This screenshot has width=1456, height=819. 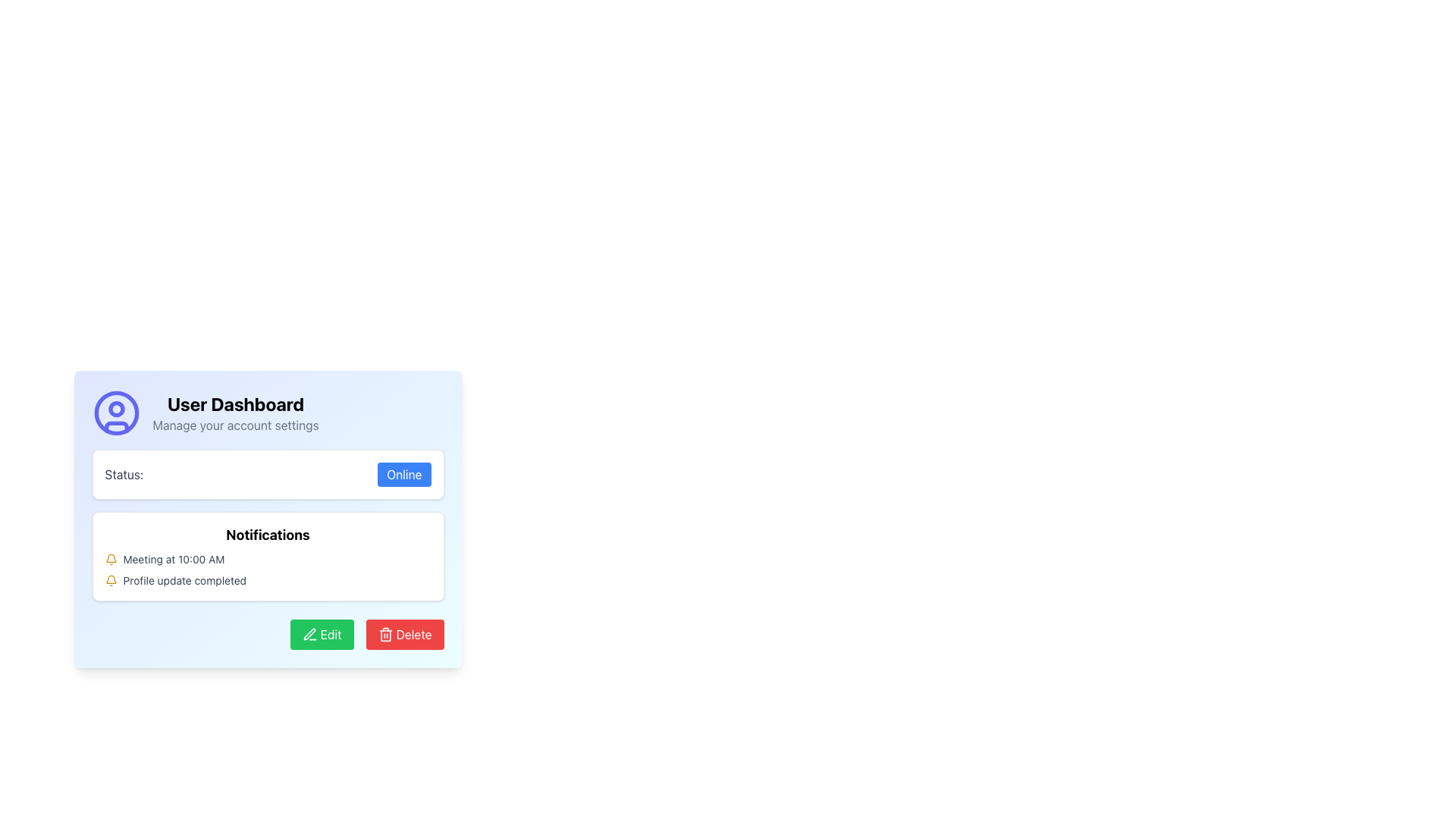 What do you see at coordinates (184, 580) in the screenshot?
I see `the second text notification in the notification panel that informs the user about a recent profile update action` at bounding box center [184, 580].